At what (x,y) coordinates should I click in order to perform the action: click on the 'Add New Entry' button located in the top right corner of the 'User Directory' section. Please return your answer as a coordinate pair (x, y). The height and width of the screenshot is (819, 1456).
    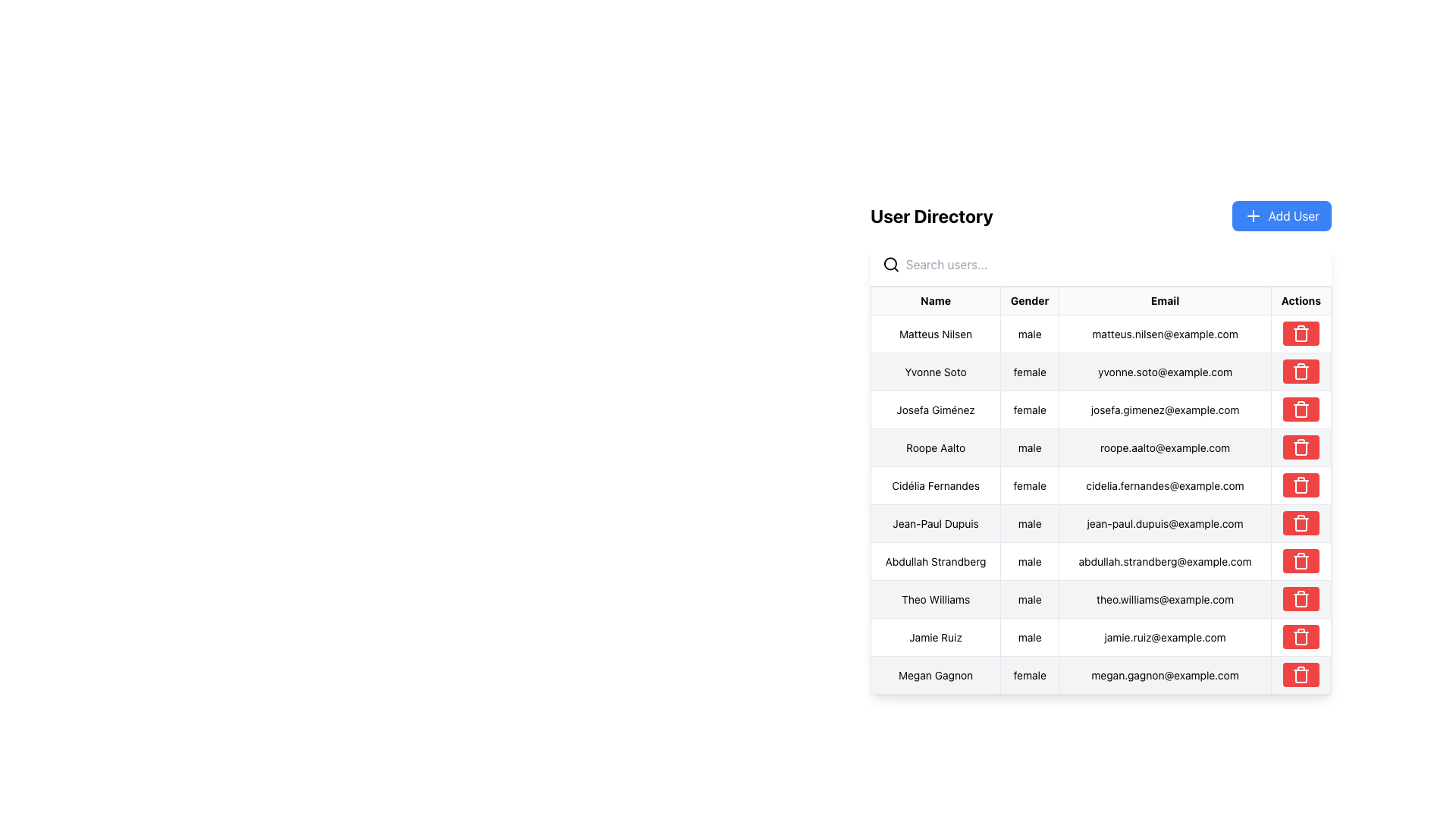
    Looking at the image, I should click on (1281, 216).